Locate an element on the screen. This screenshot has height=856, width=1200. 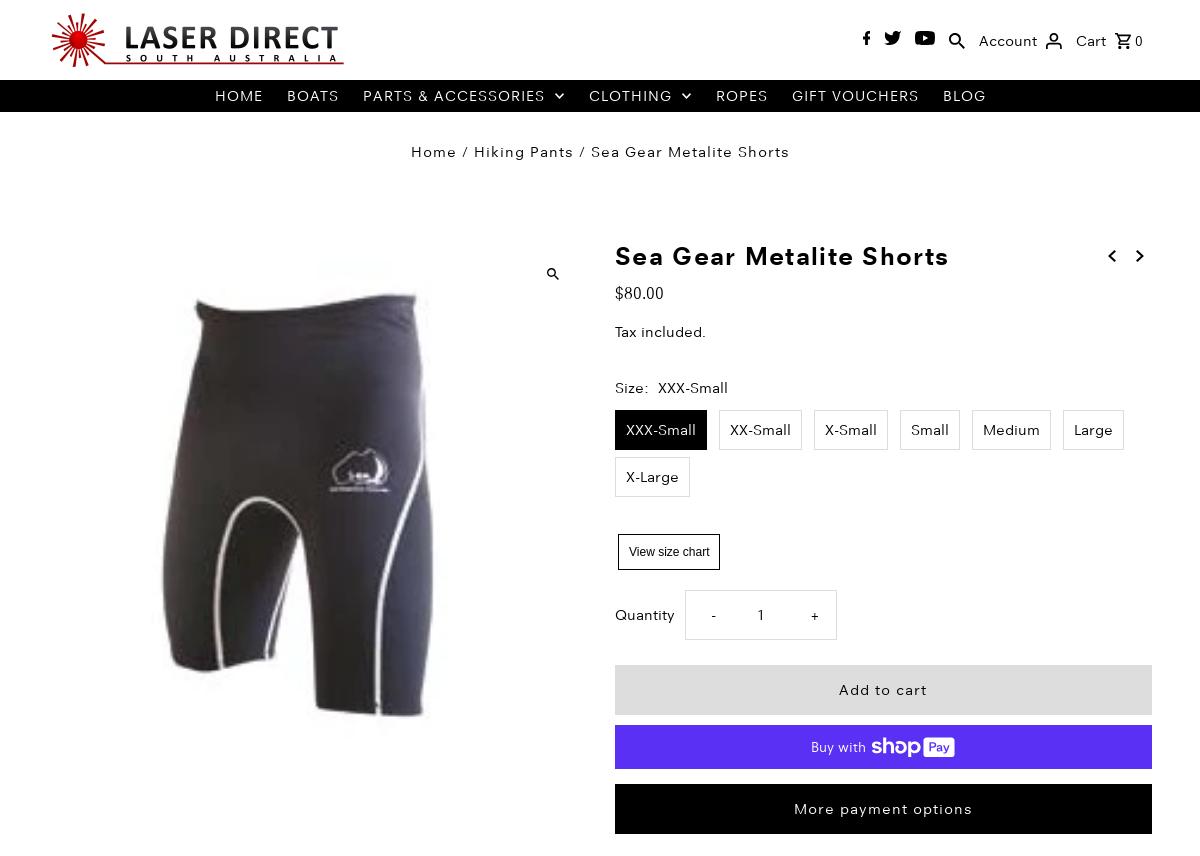
'Clothing' is located at coordinates (629, 95).